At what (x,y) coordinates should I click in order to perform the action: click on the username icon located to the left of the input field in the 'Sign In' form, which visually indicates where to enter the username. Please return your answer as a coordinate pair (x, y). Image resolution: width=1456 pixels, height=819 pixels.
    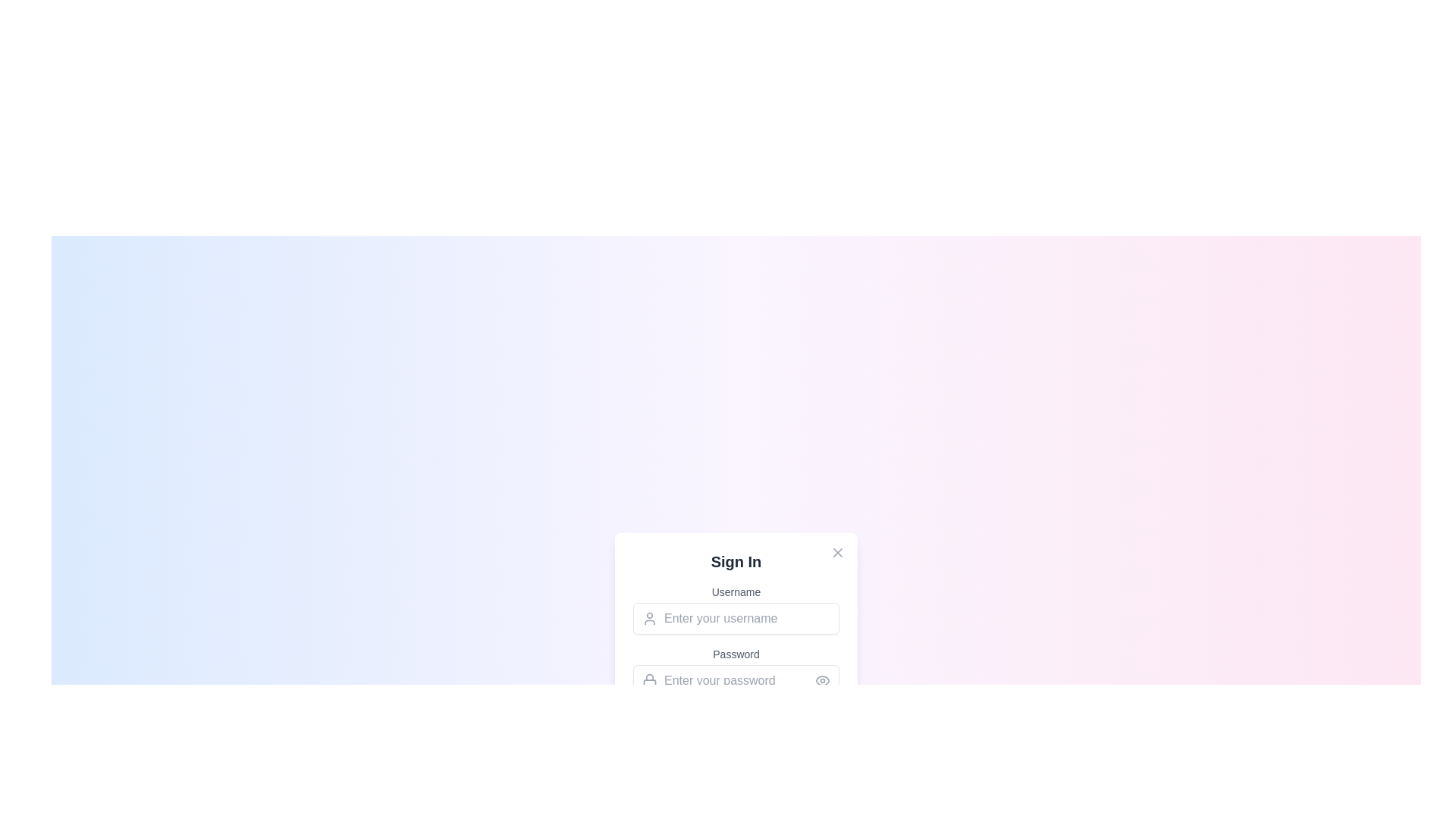
    Looking at the image, I should click on (650, 619).